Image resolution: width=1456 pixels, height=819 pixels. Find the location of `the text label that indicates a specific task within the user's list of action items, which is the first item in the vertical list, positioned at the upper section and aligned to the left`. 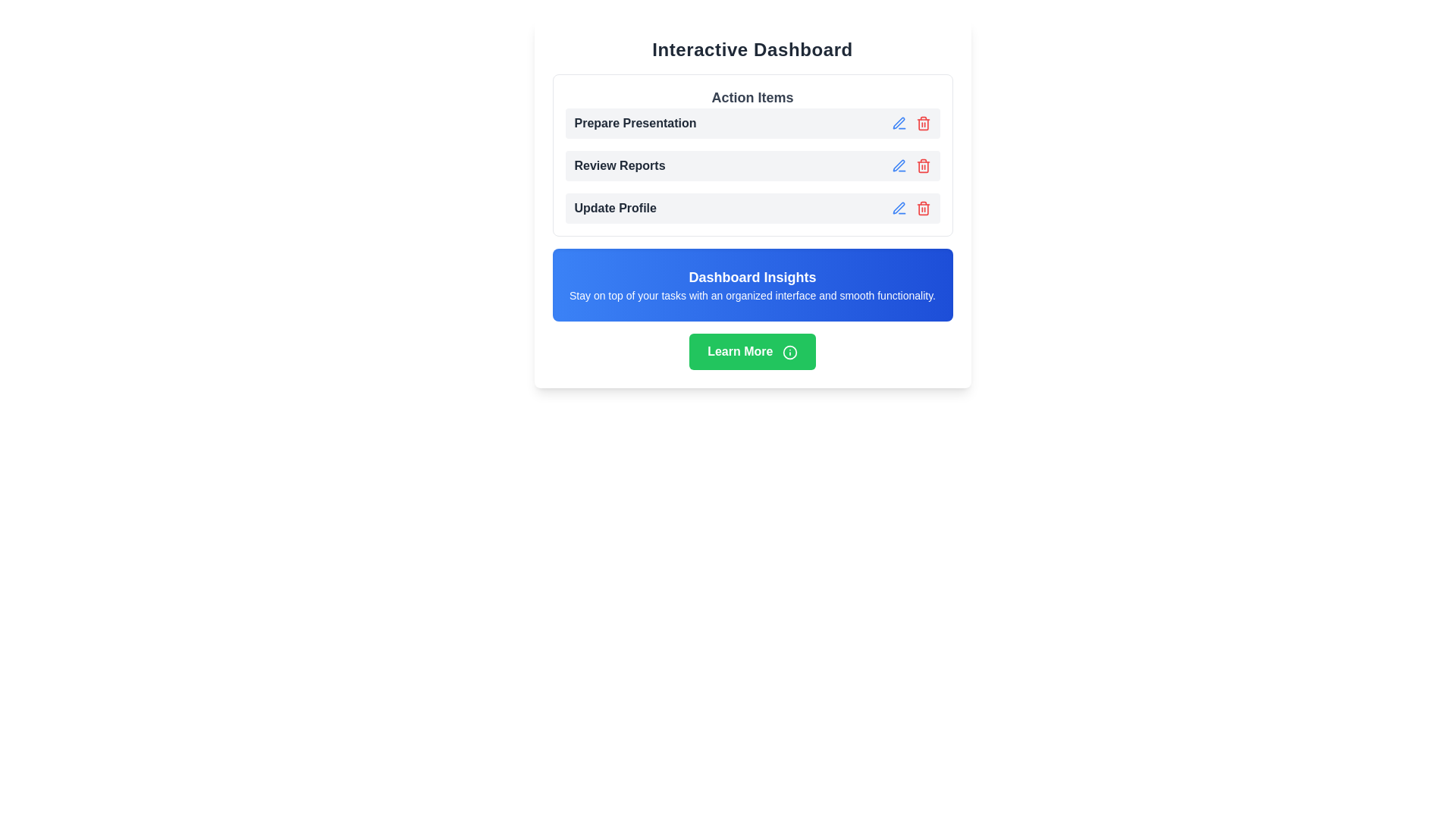

the text label that indicates a specific task within the user's list of action items, which is the first item in the vertical list, positioned at the upper section and aligned to the left is located at coordinates (635, 122).